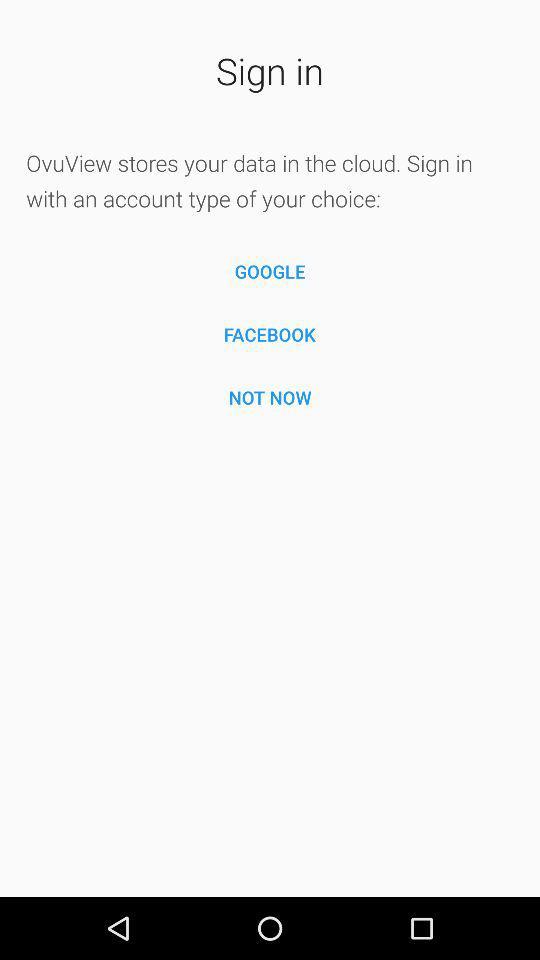  Describe the element at coordinates (269, 334) in the screenshot. I see `the facebook` at that location.